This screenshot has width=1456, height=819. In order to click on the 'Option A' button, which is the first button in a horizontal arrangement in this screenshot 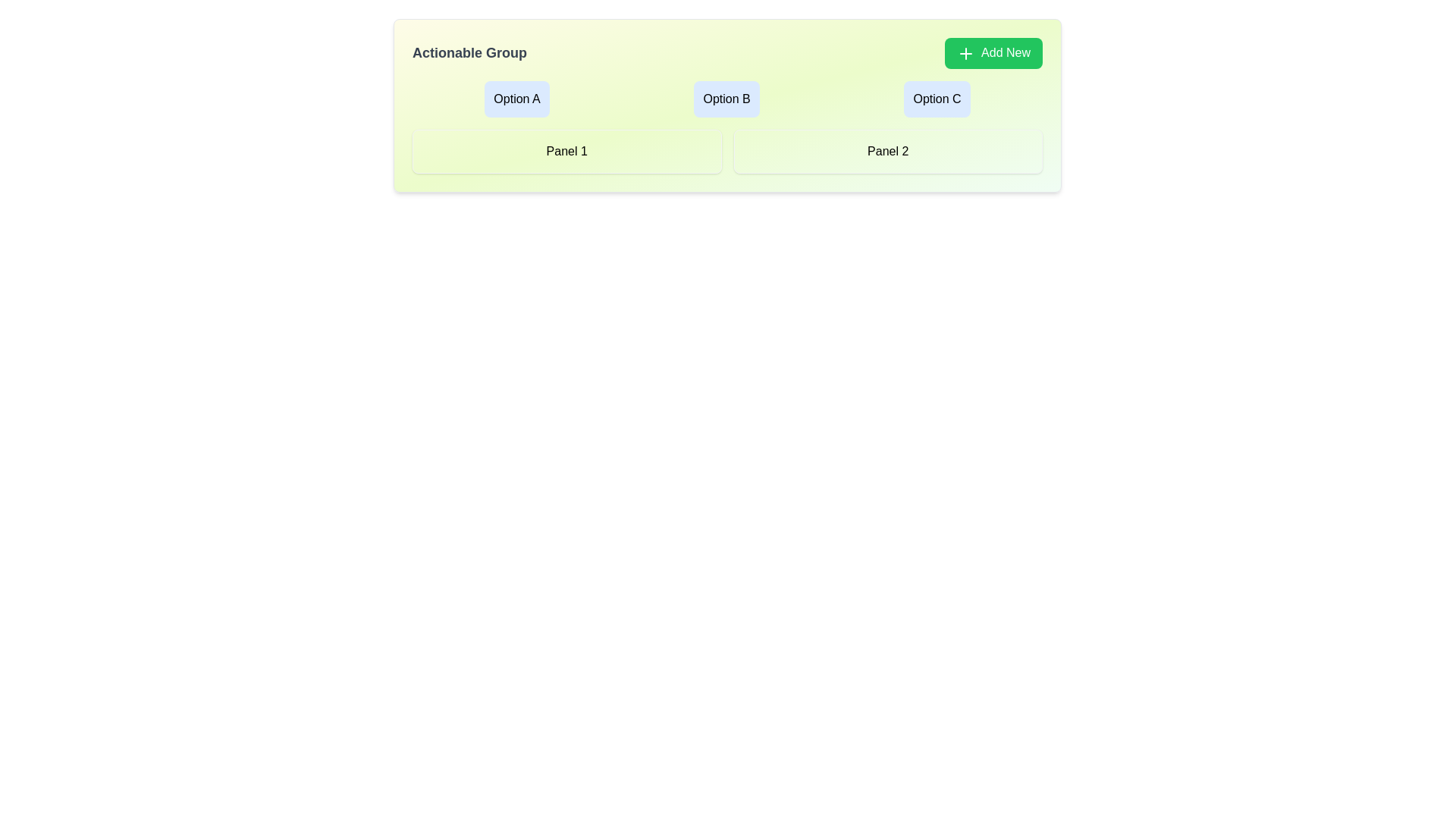, I will do `click(516, 99)`.